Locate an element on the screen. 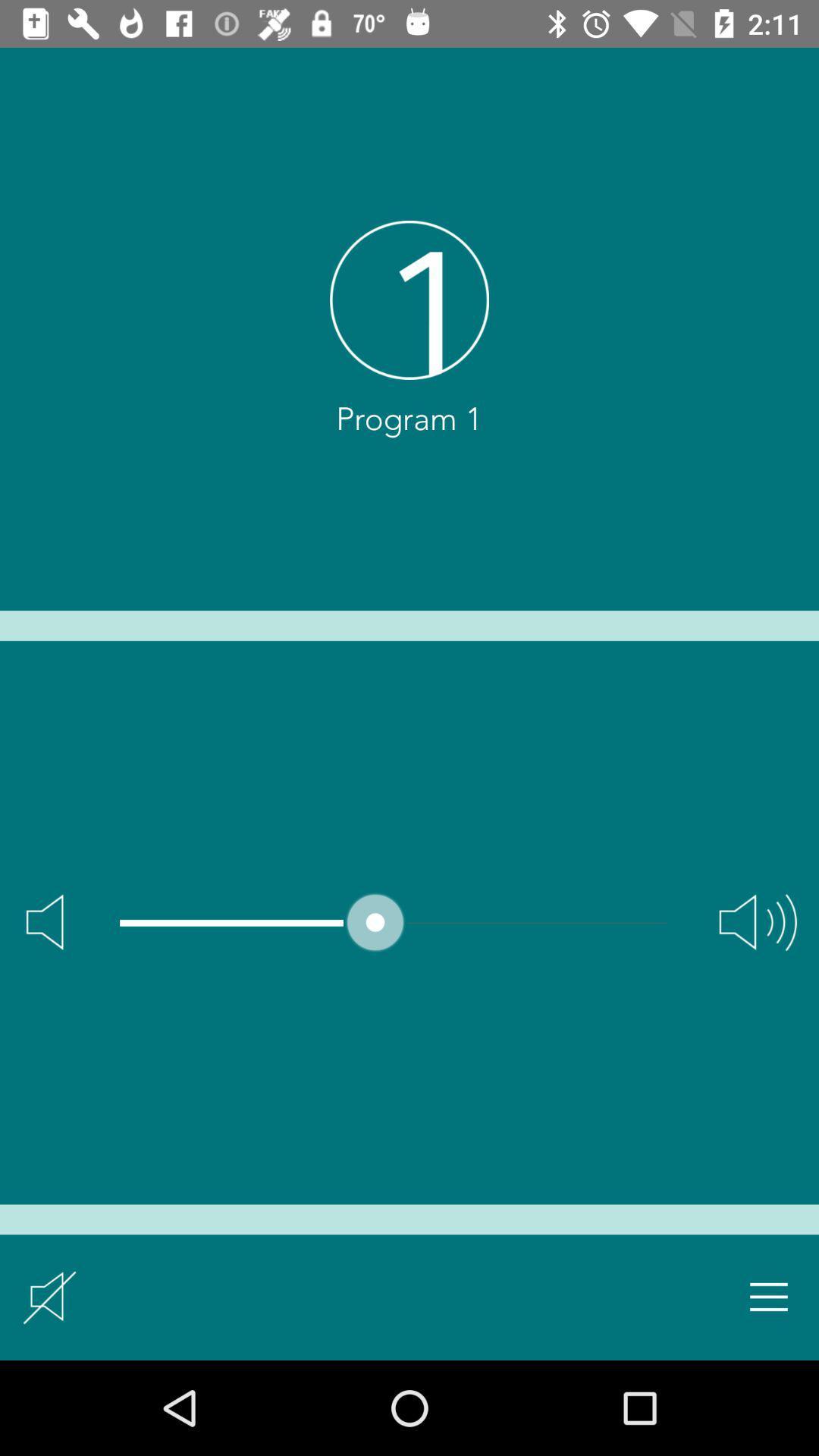  the volume icon is located at coordinates (44, 921).